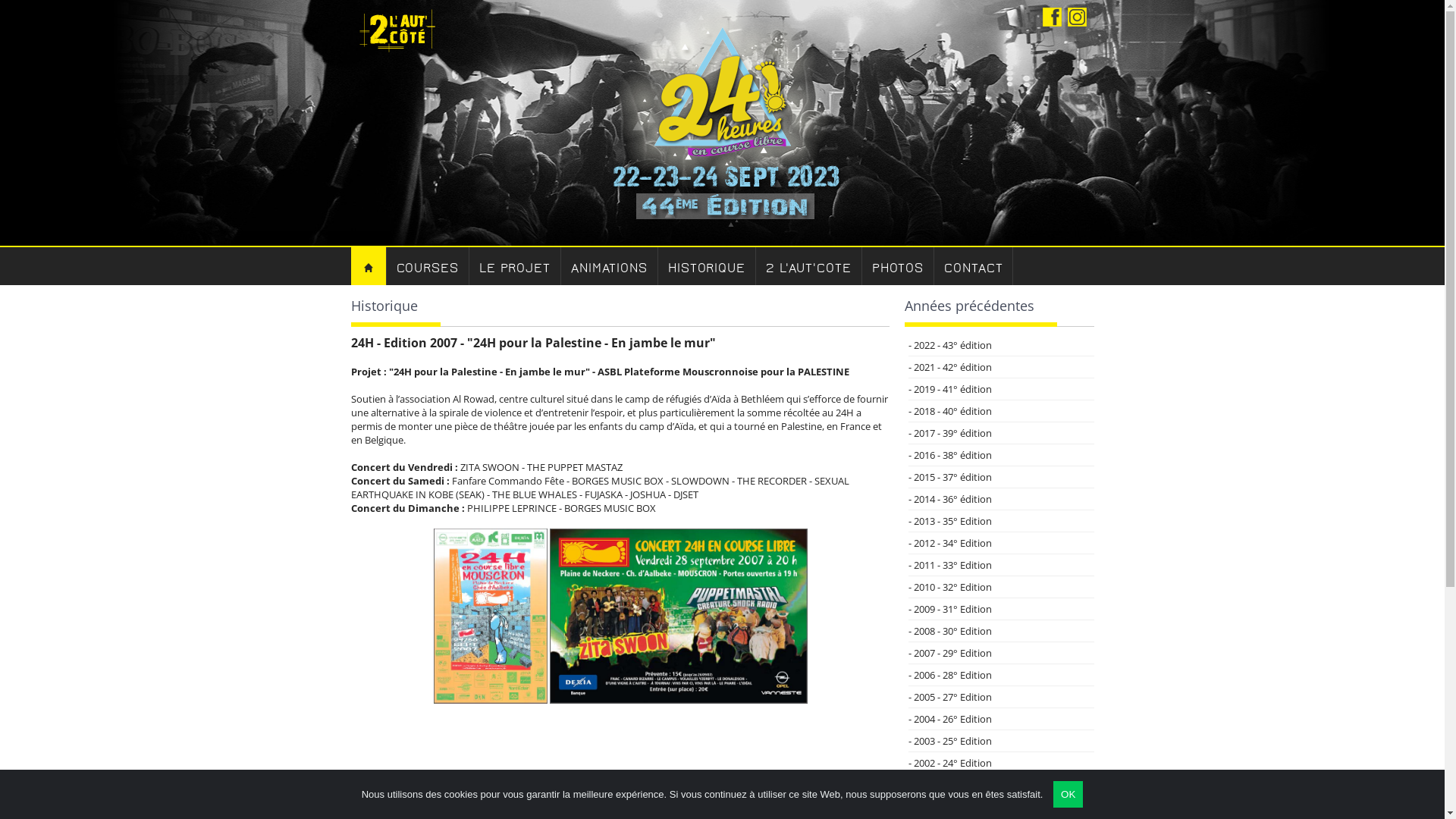  Describe the element at coordinates (610, 265) in the screenshot. I see `'ANIMATIONS'` at that location.